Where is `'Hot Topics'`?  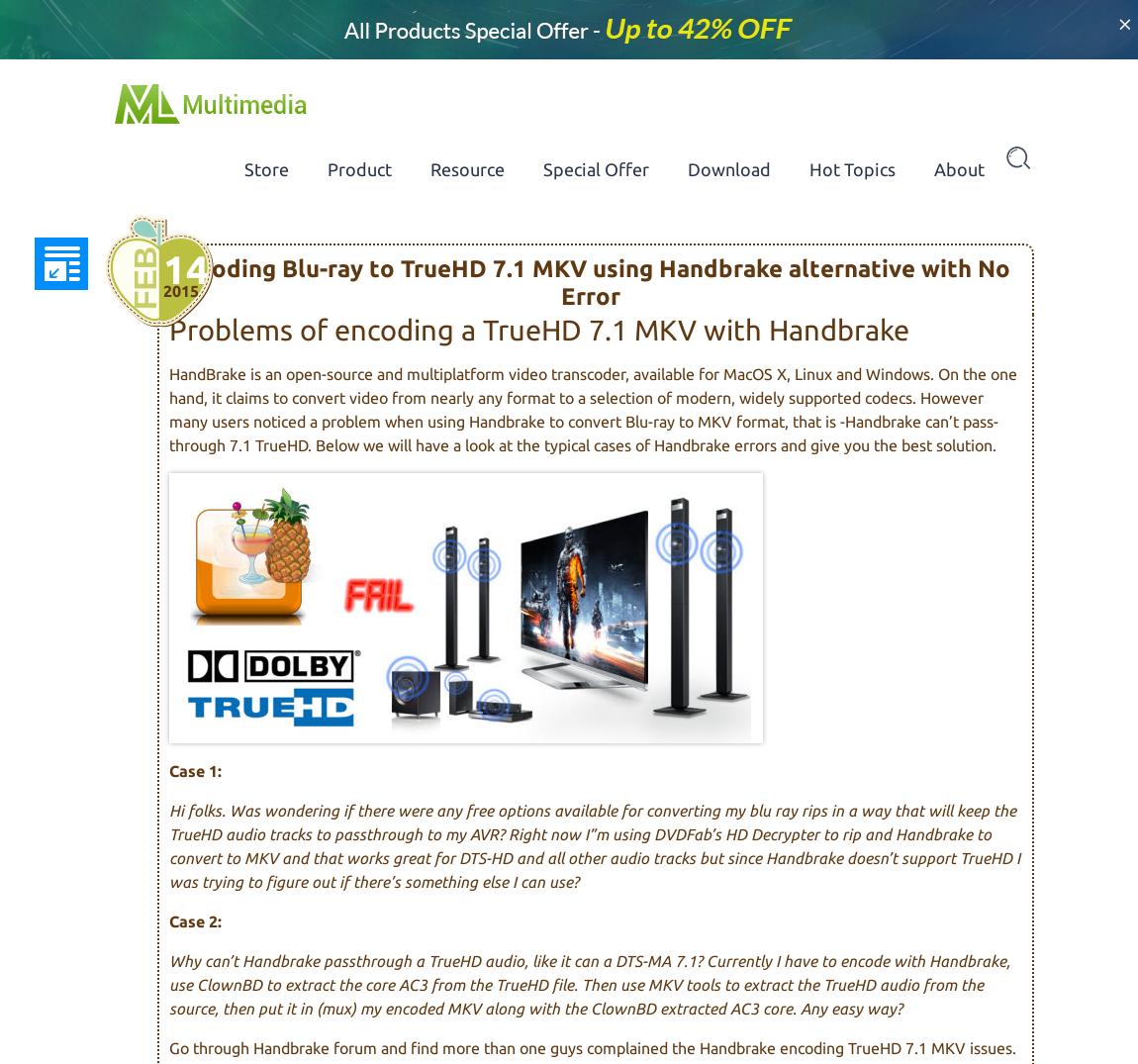
'Hot Topics' is located at coordinates (851, 169).